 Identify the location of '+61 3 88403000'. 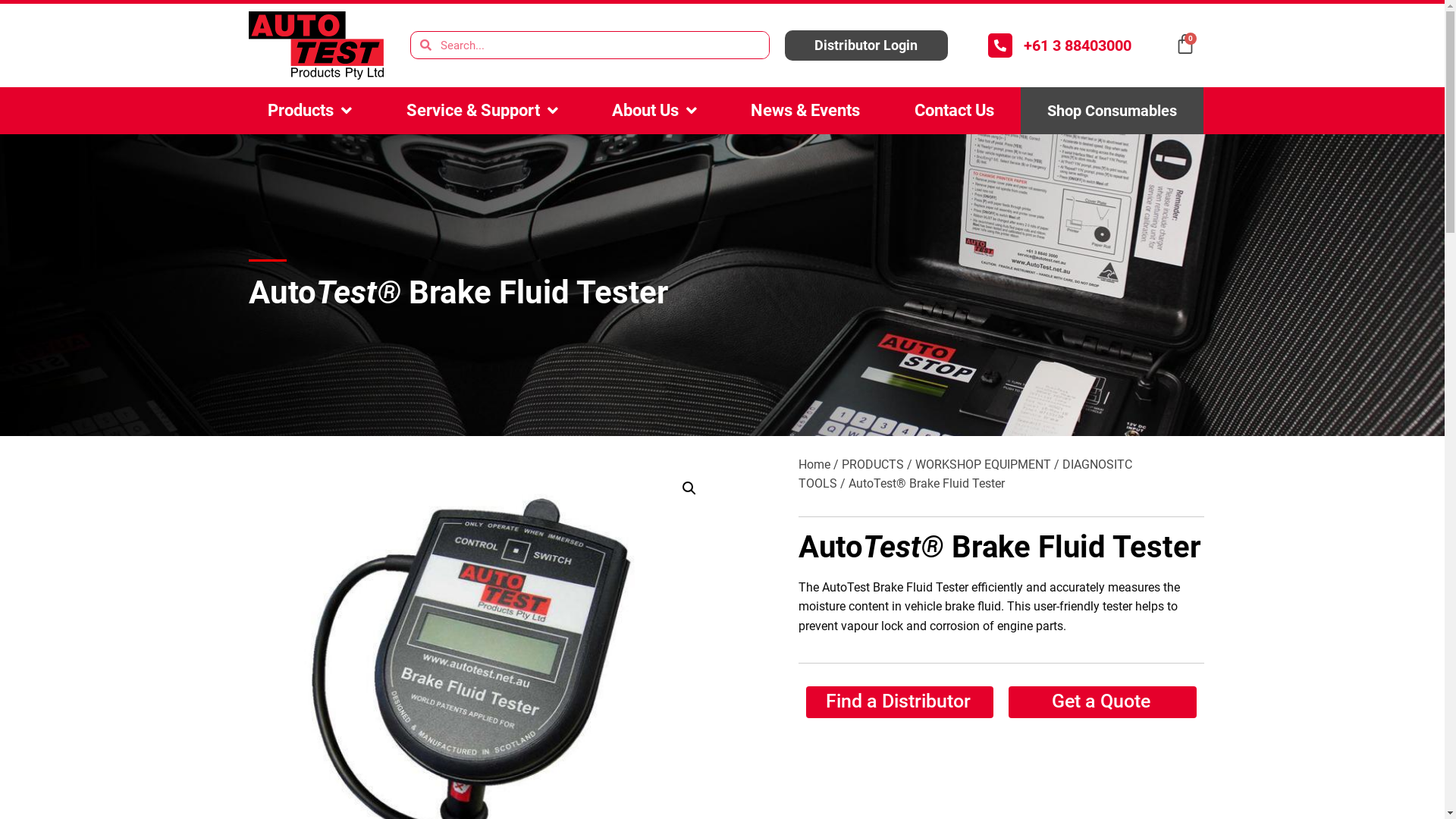
(1023, 45).